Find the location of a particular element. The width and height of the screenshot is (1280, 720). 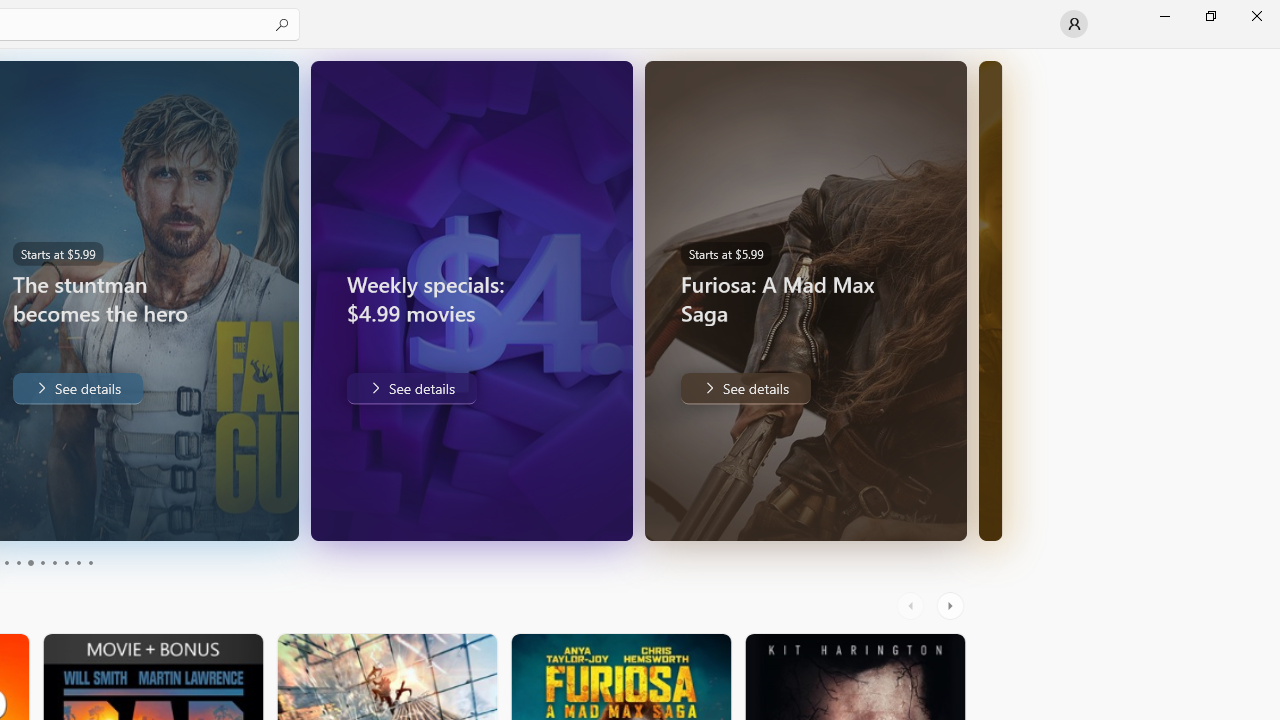

'Restore Microsoft Store' is located at coordinates (1209, 15).